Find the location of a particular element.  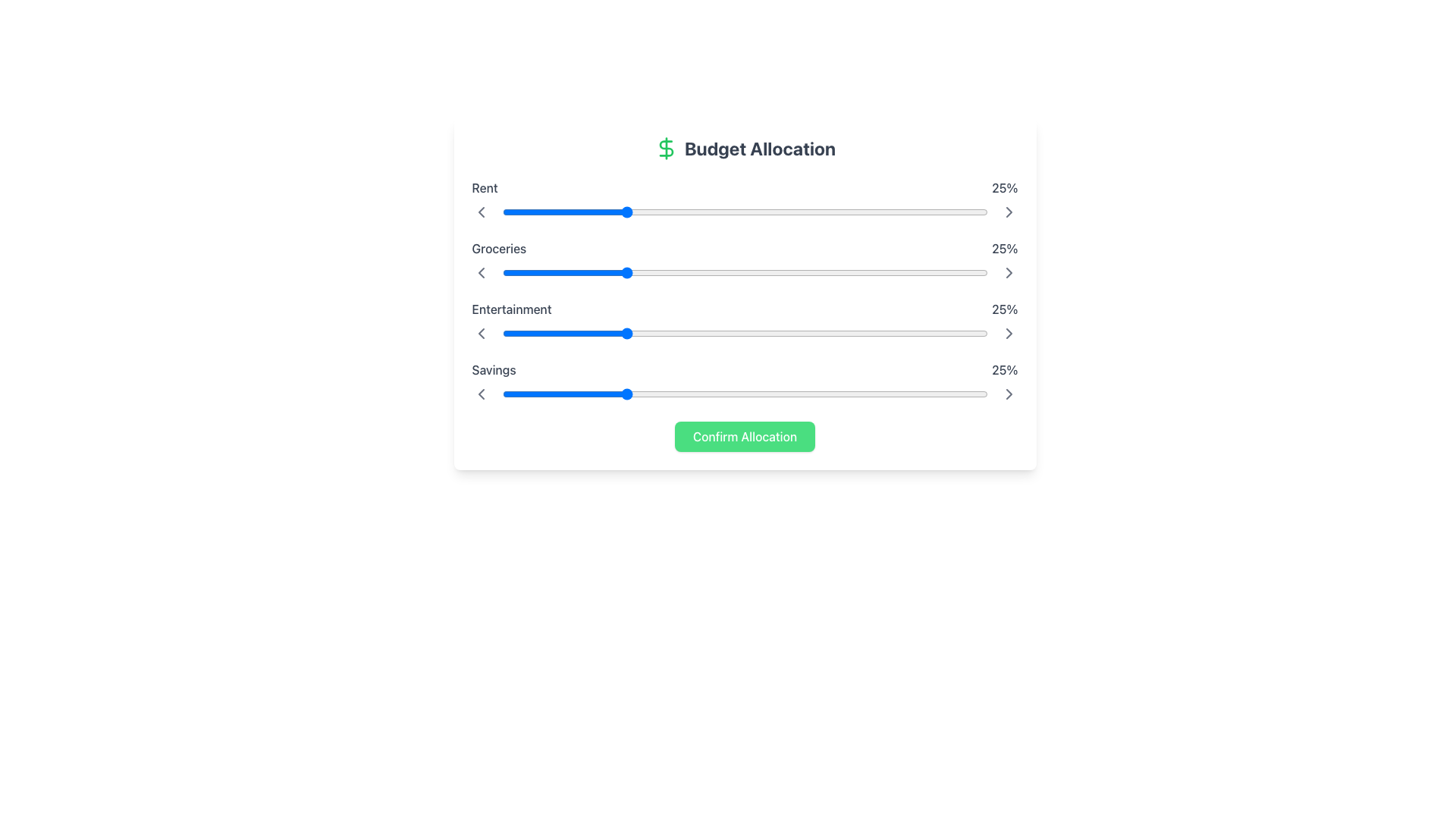

the groceries allocation percentage is located at coordinates (512, 271).